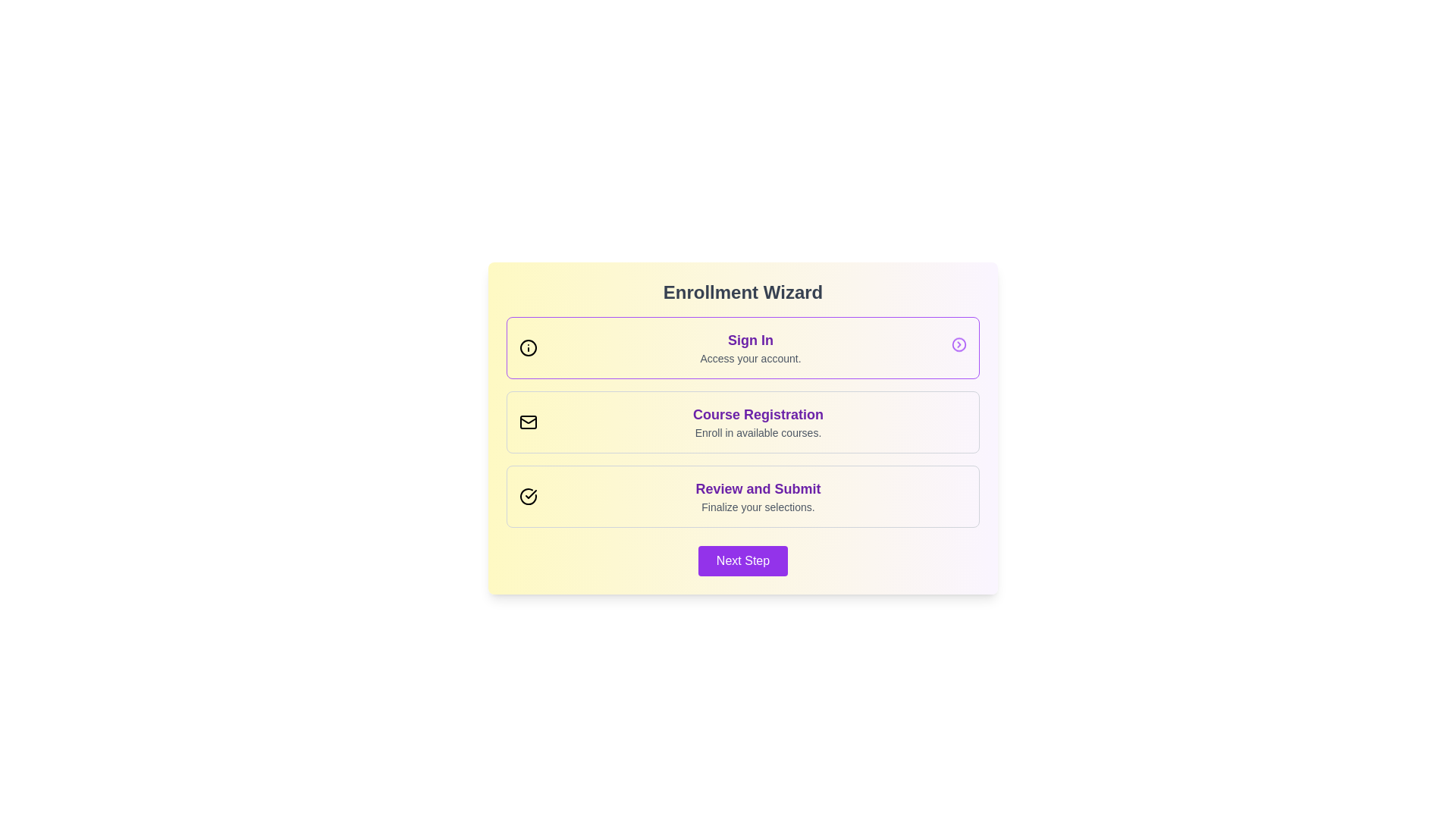 This screenshot has width=1456, height=819. Describe the element at coordinates (528, 348) in the screenshot. I see `the SVG Circle element, which is a circular outline part of an icon located on the left side of the first row of options next to the 'Sign In' label` at that location.